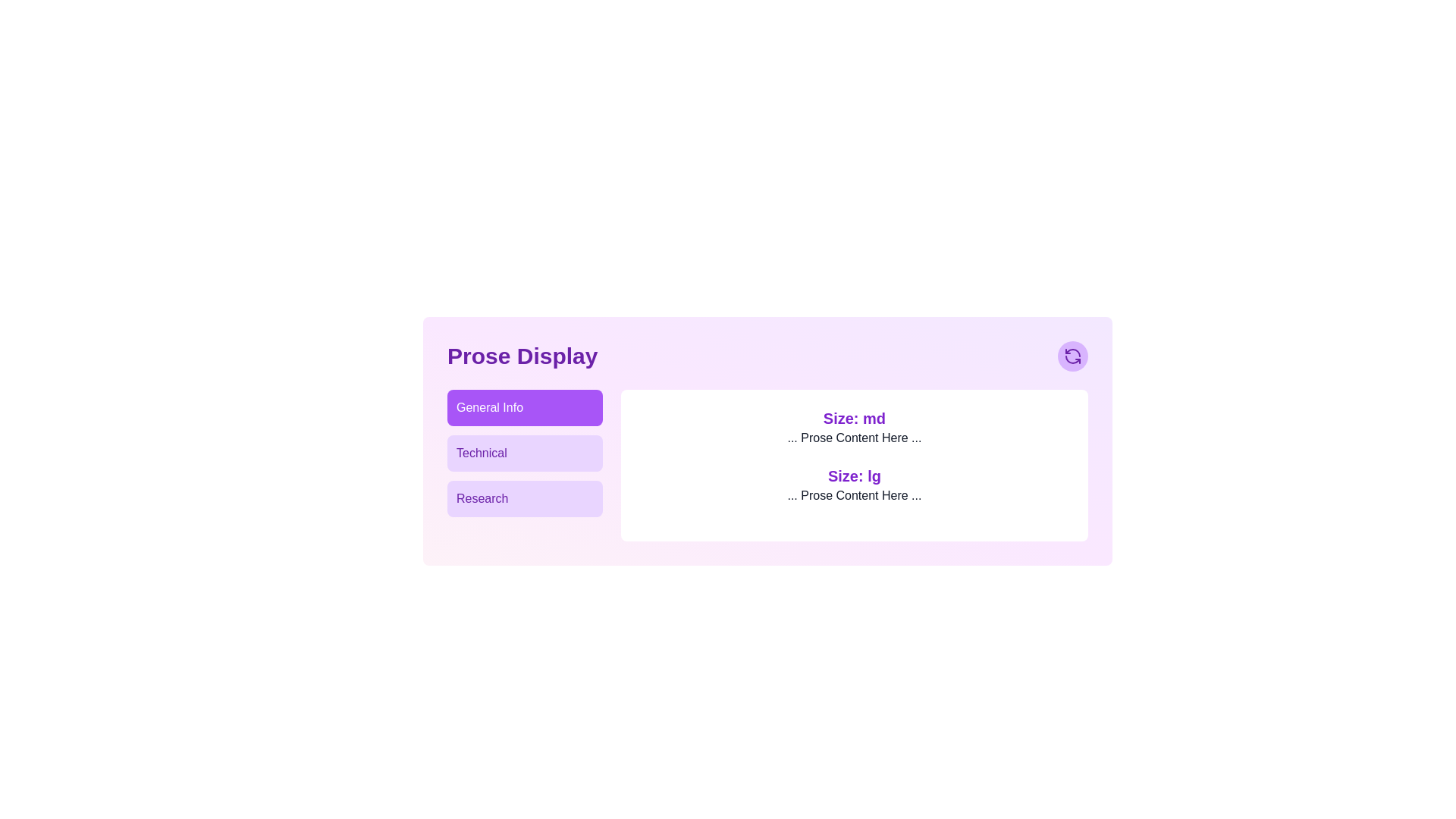 The image size is (1456, 819). What do you see at coordinates (874, 418) in the screenshot?
I see `the text label displaying 'md' which is styled in bold purple and is part of the descriptive line 'Size: md' located in the upper-middle section of the content display area` at bounding box center [874, 418].